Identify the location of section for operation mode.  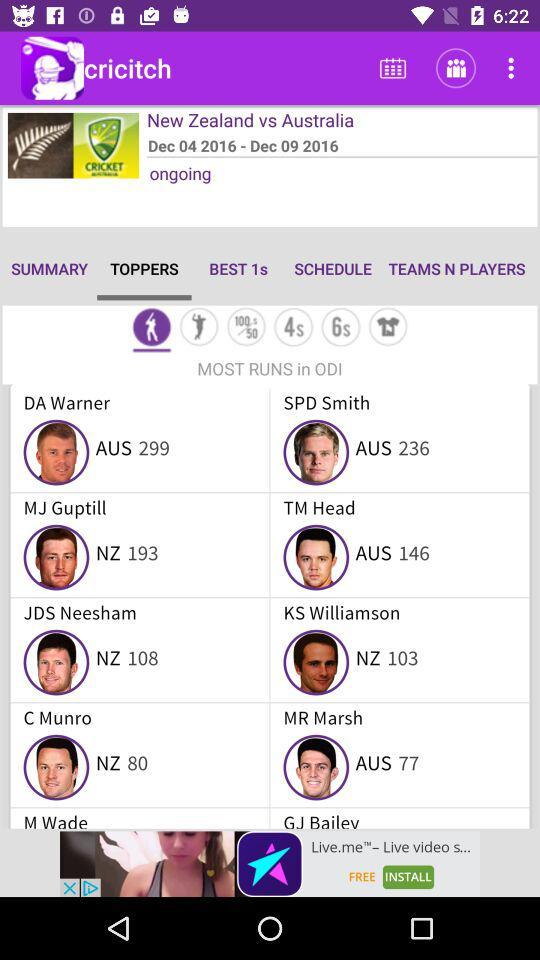
(199, 329).